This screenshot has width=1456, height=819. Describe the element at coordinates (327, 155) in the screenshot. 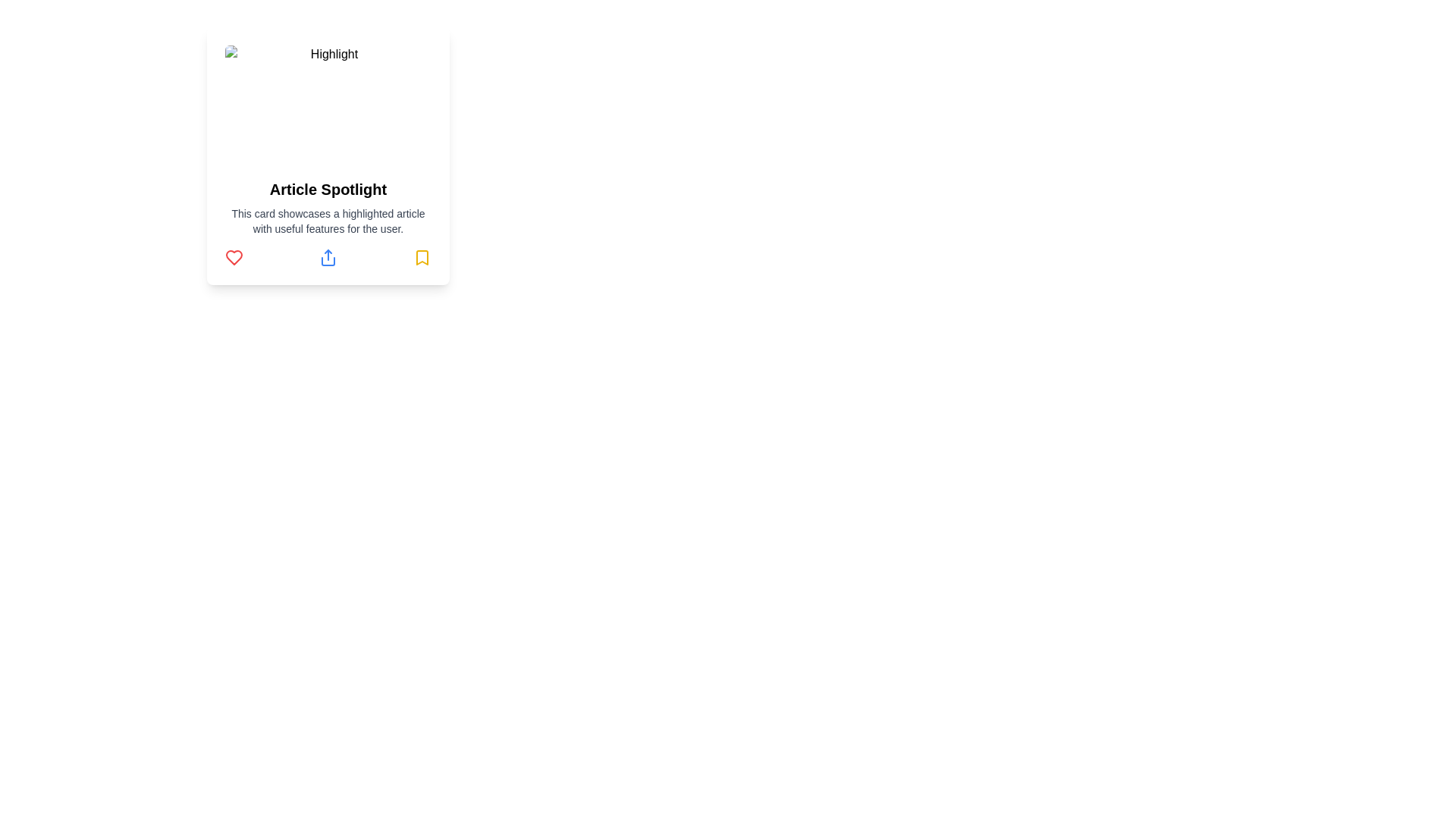

I see `the article spotlight card located in the upper-left corner of the main content area` at that location.